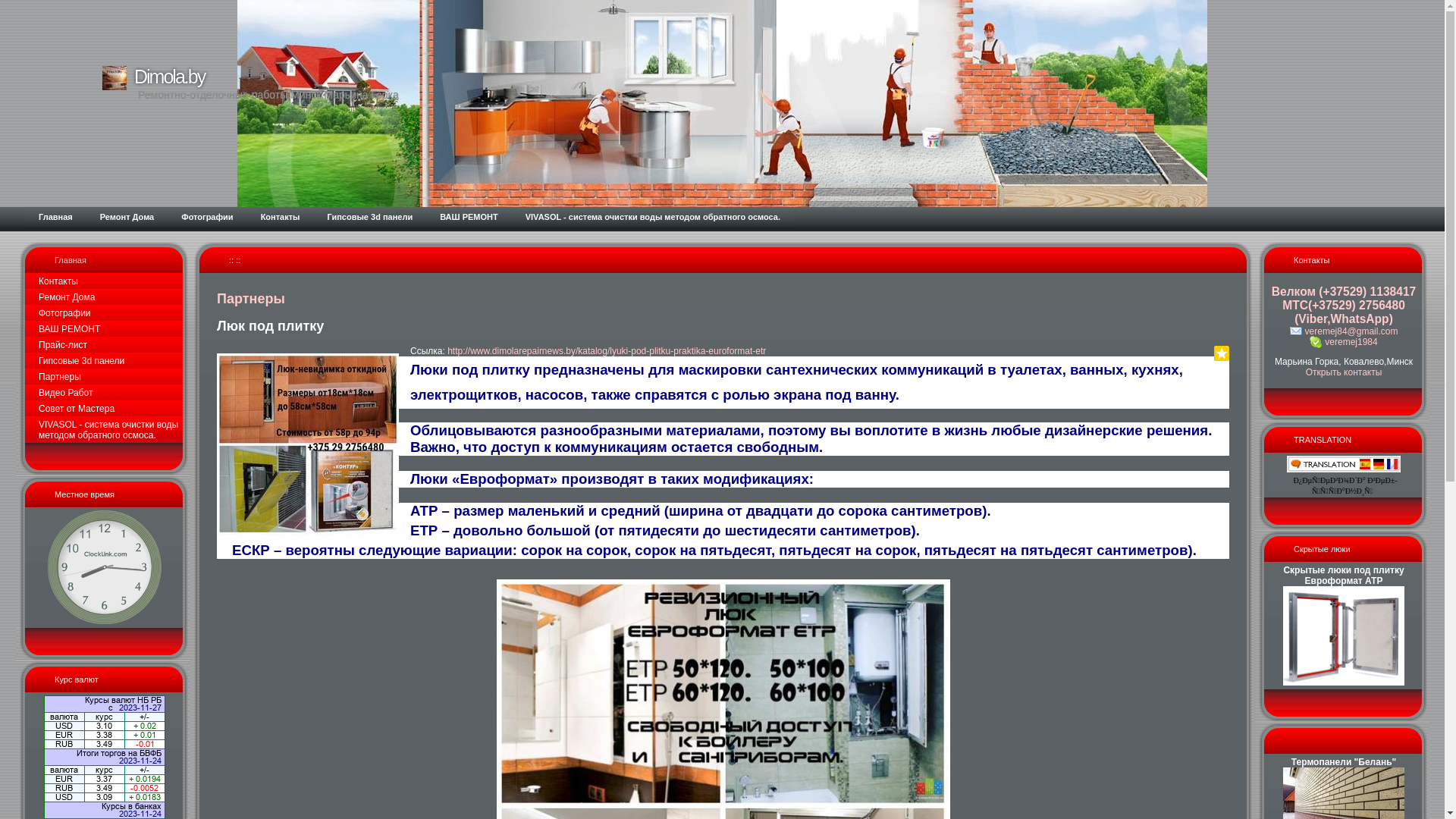 This screenshot has width=1456, height=819. Describe the element at coordinates (1309, 342) in the screenshot. I see `'veremej1984'` at that location.